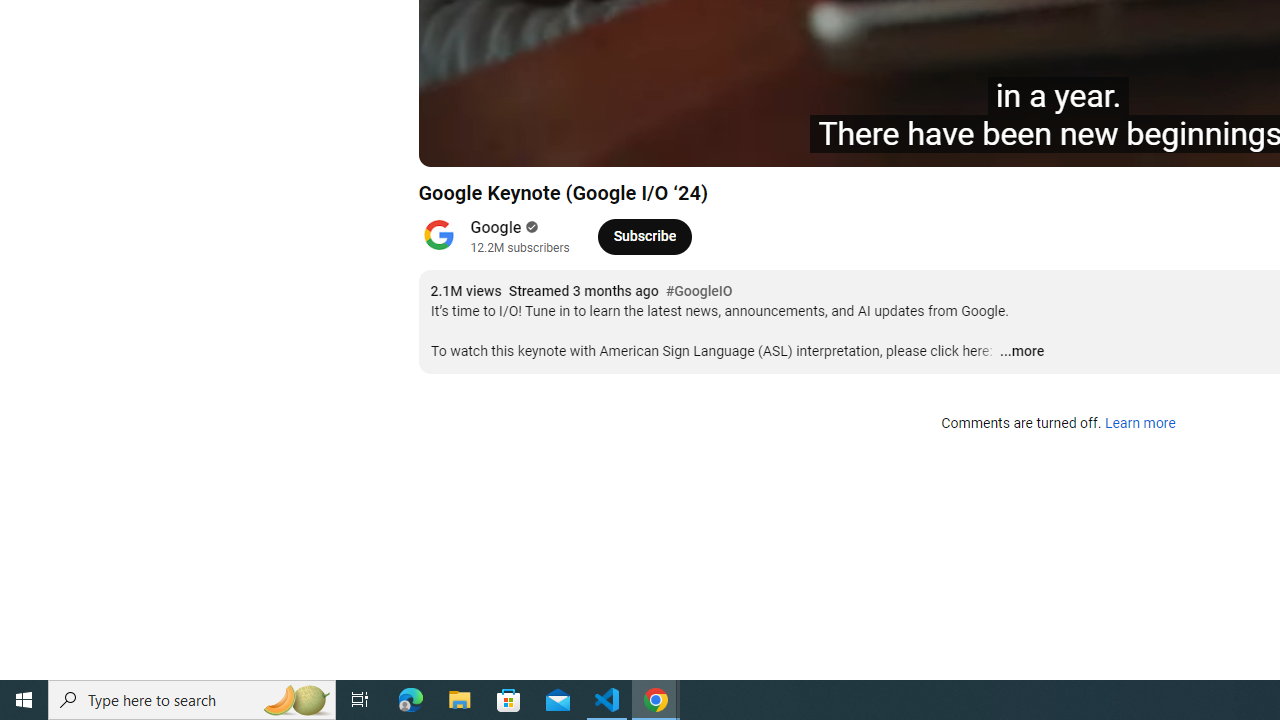 The width and height of the screenshot is (1280, 720). I want to click on '...more', so click(1021, 351).